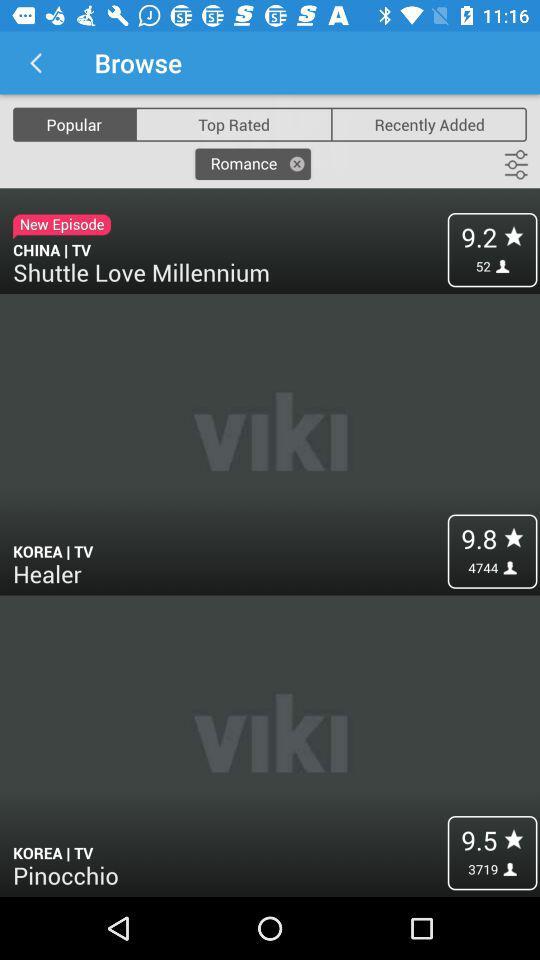 The image size is (540, 960). I want to click on the top rated icon, so click(232, 123).